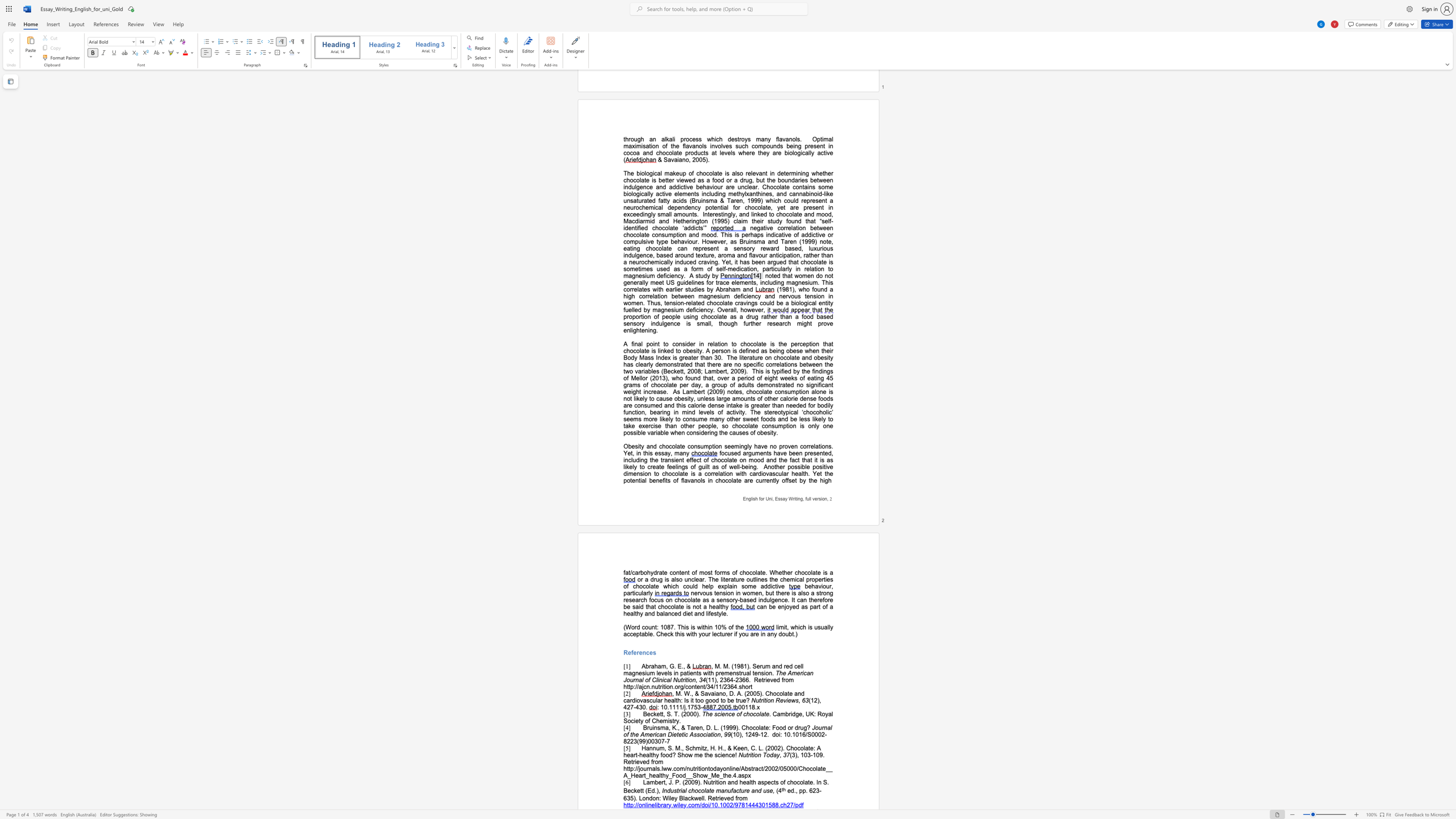 The width and height of the screenshot is (1456, 819). What do you see at coordinates (800, 754) in the screenshot?
I see `the subset text "103-1" within the text "(3), 103-109"` at bounding box center [800, 754].